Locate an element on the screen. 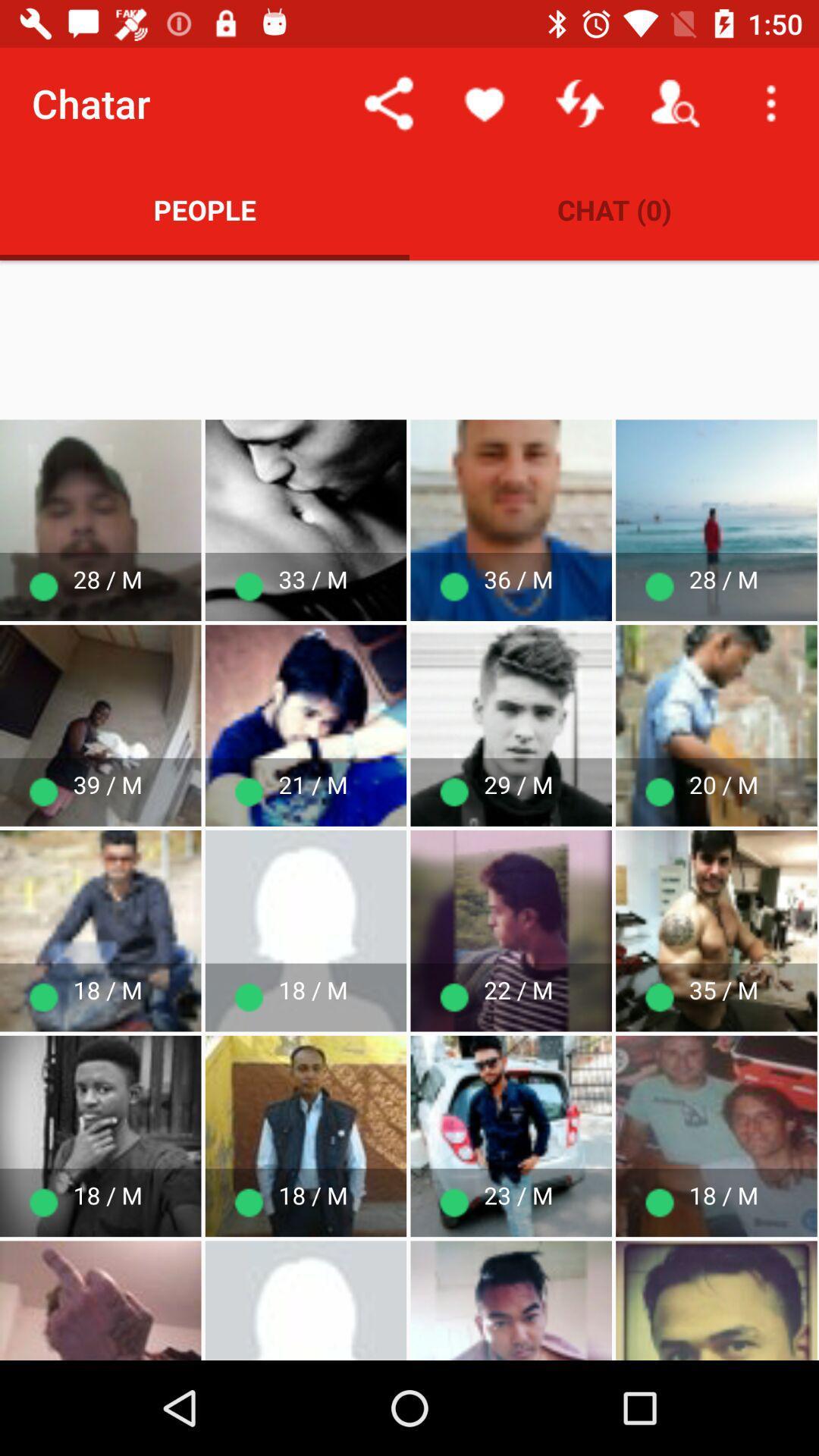 The image size is (819, 1456). favorite icon is located at coordinates (485, 103).